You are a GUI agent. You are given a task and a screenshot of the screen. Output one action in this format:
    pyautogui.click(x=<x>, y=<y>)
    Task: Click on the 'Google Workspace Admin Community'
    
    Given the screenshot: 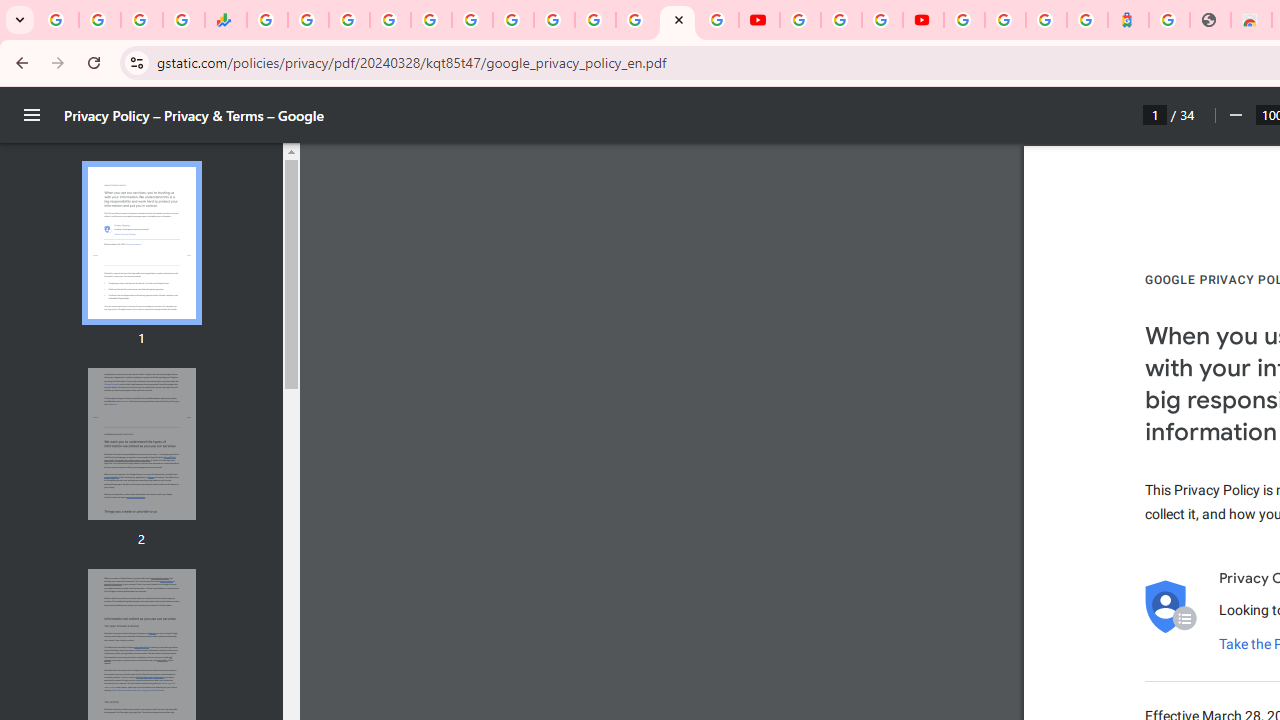 What is the action you would take?
    pyautogui.click(x=58, y=20)
    